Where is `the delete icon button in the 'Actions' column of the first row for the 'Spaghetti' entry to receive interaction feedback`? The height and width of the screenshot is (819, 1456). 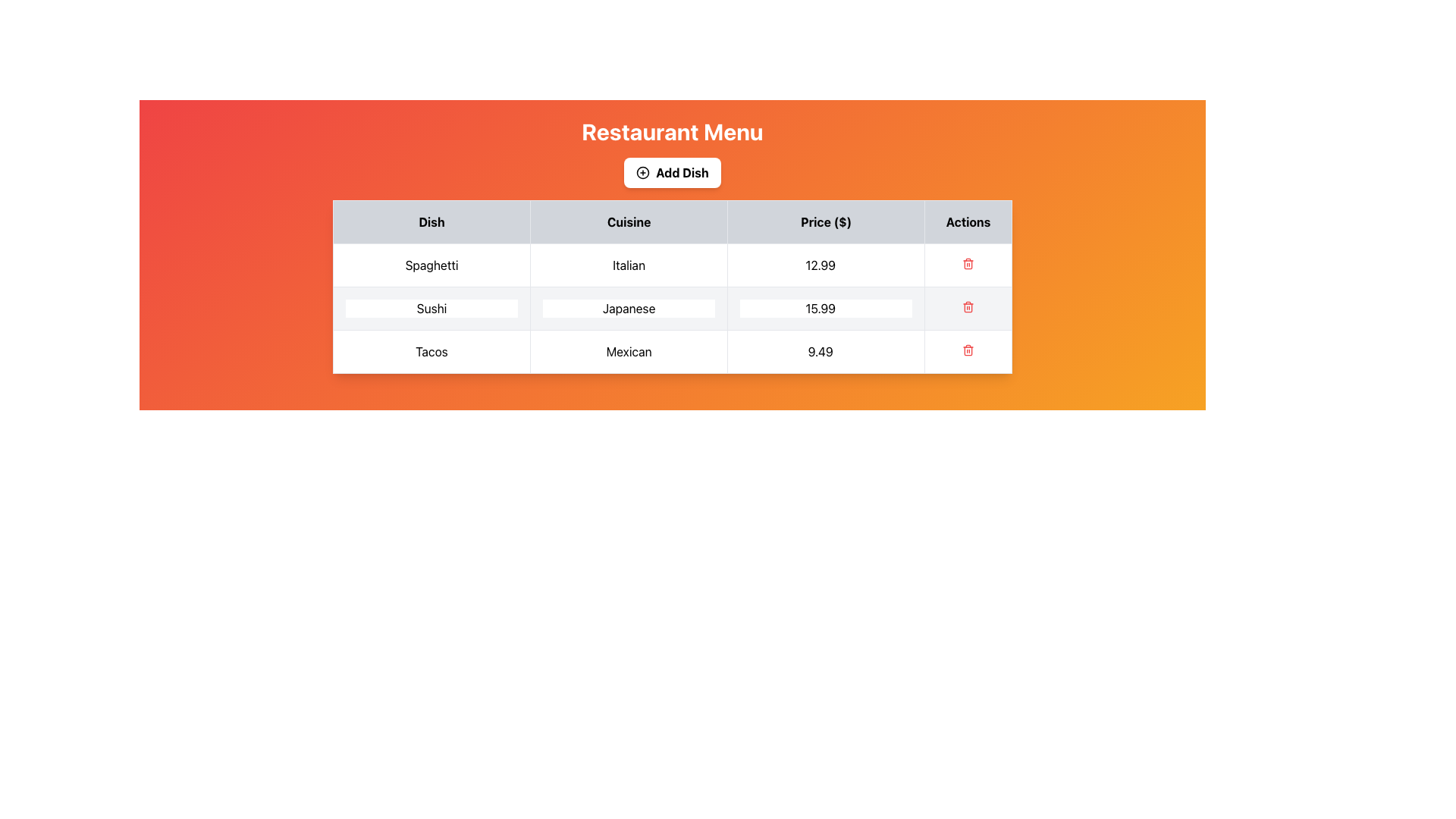 the delete icon button in the 'Actions' column of the first row for the 'Spaghetti' entry to receive interaction feedback is located at coordinates (968, 265).